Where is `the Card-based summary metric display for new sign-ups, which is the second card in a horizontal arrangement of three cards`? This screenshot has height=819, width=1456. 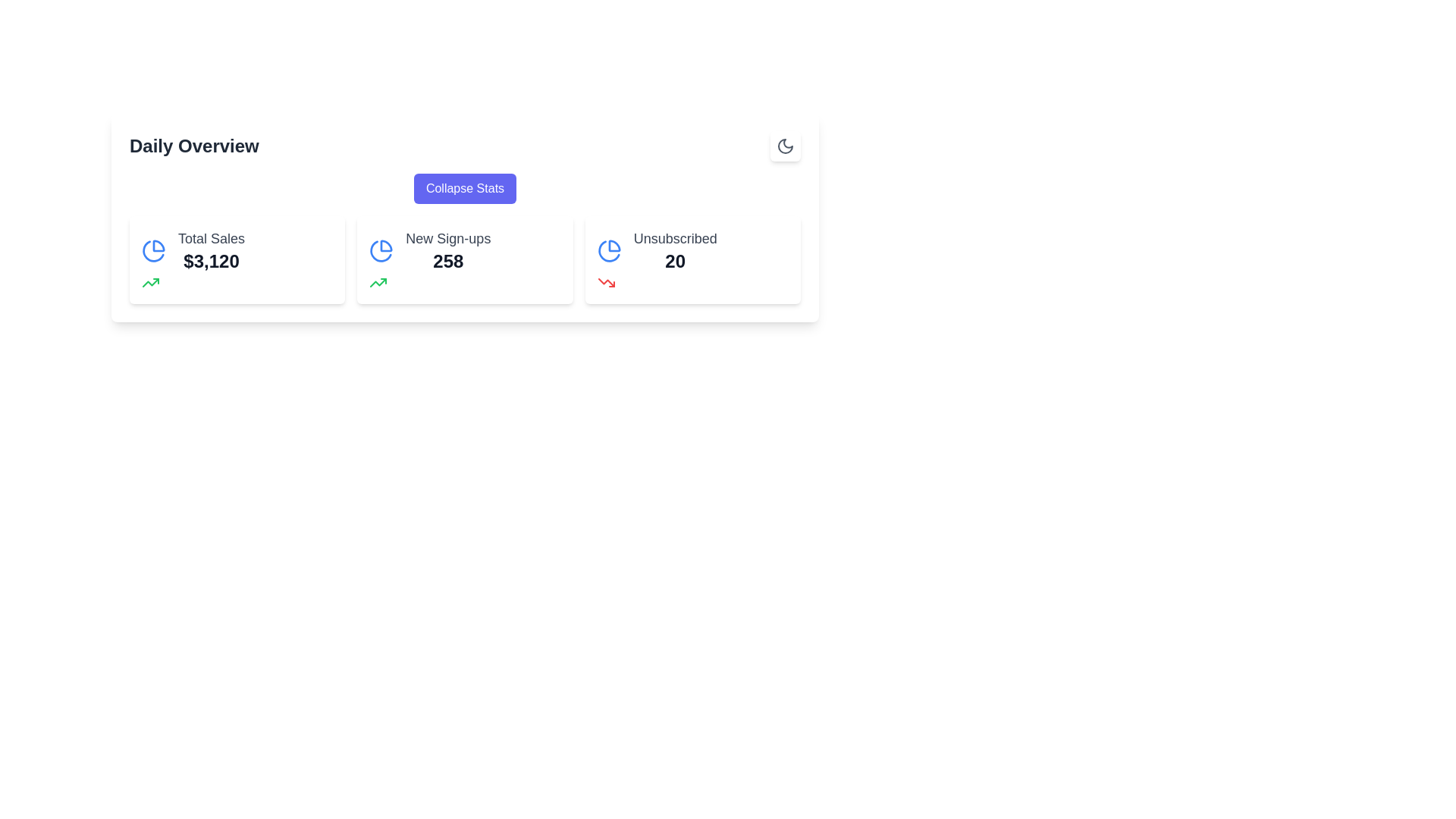 the Card-based summary metric display for new sign-ups, which is the second card in a horizontal arrangement of three cards is located at coordinates (464, 259).